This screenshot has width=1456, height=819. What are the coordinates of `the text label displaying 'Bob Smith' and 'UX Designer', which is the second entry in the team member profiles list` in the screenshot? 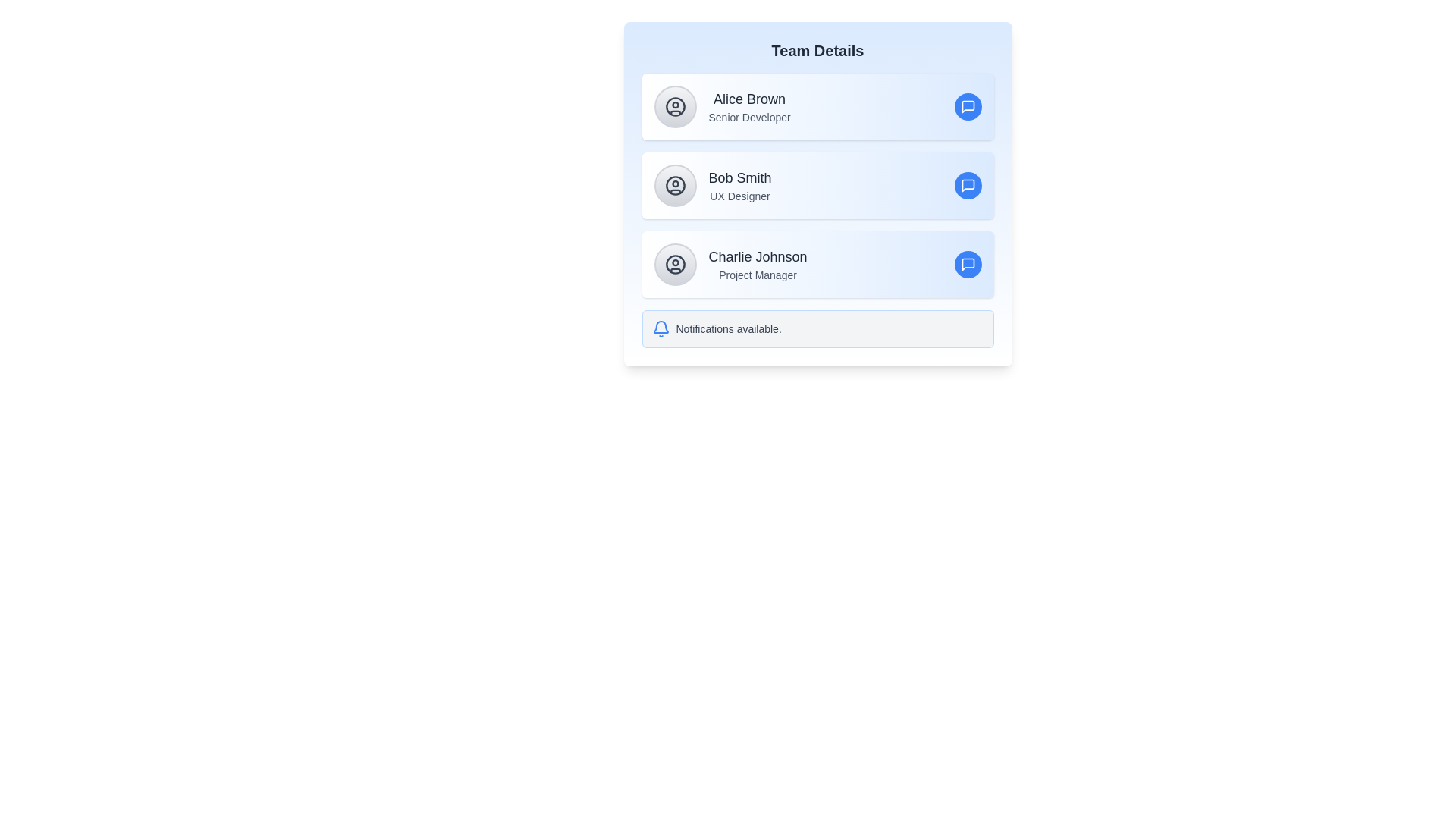 It's located at (739, 185).